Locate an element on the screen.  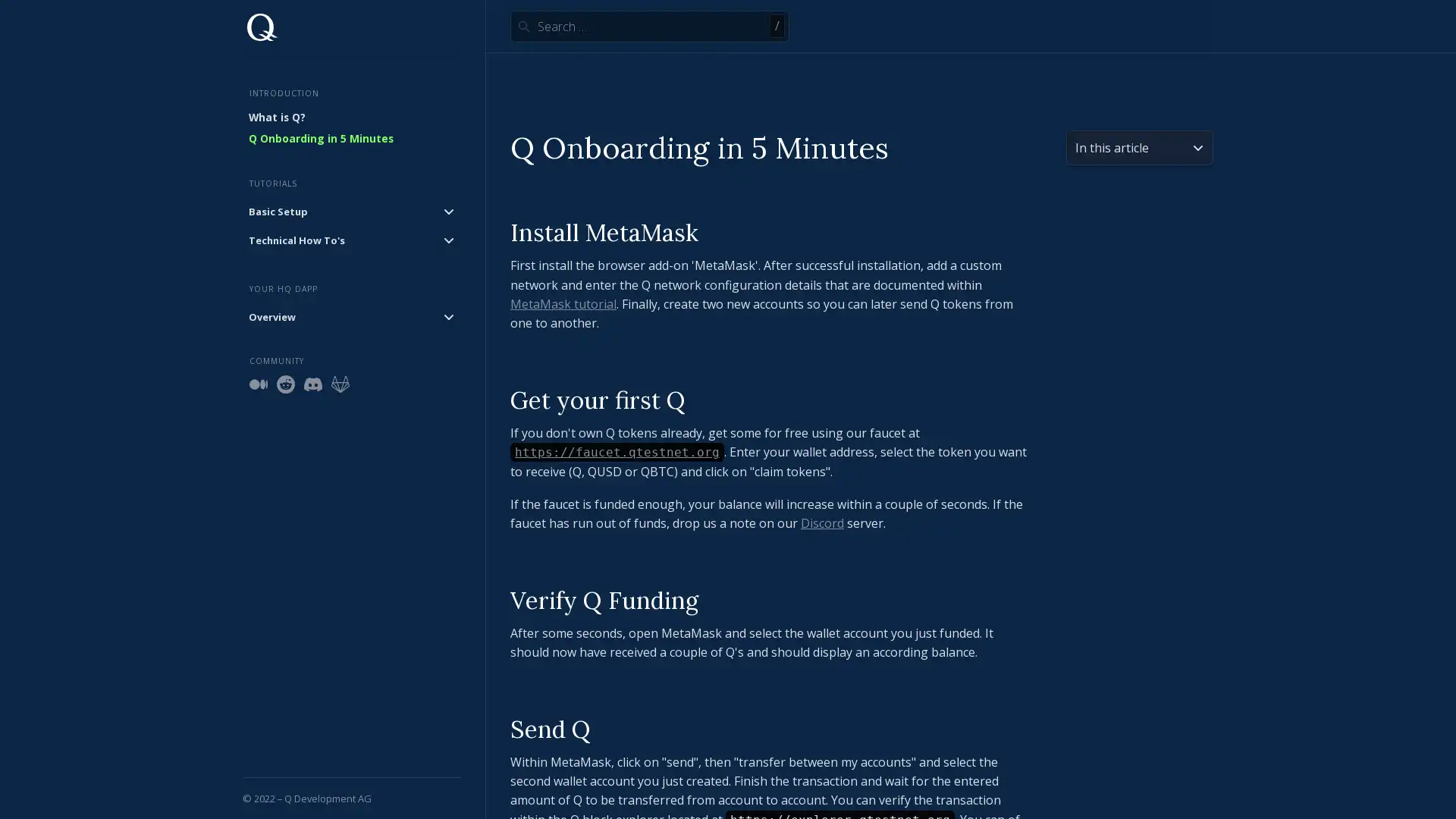
Submit is located at coordinates (523, 26).